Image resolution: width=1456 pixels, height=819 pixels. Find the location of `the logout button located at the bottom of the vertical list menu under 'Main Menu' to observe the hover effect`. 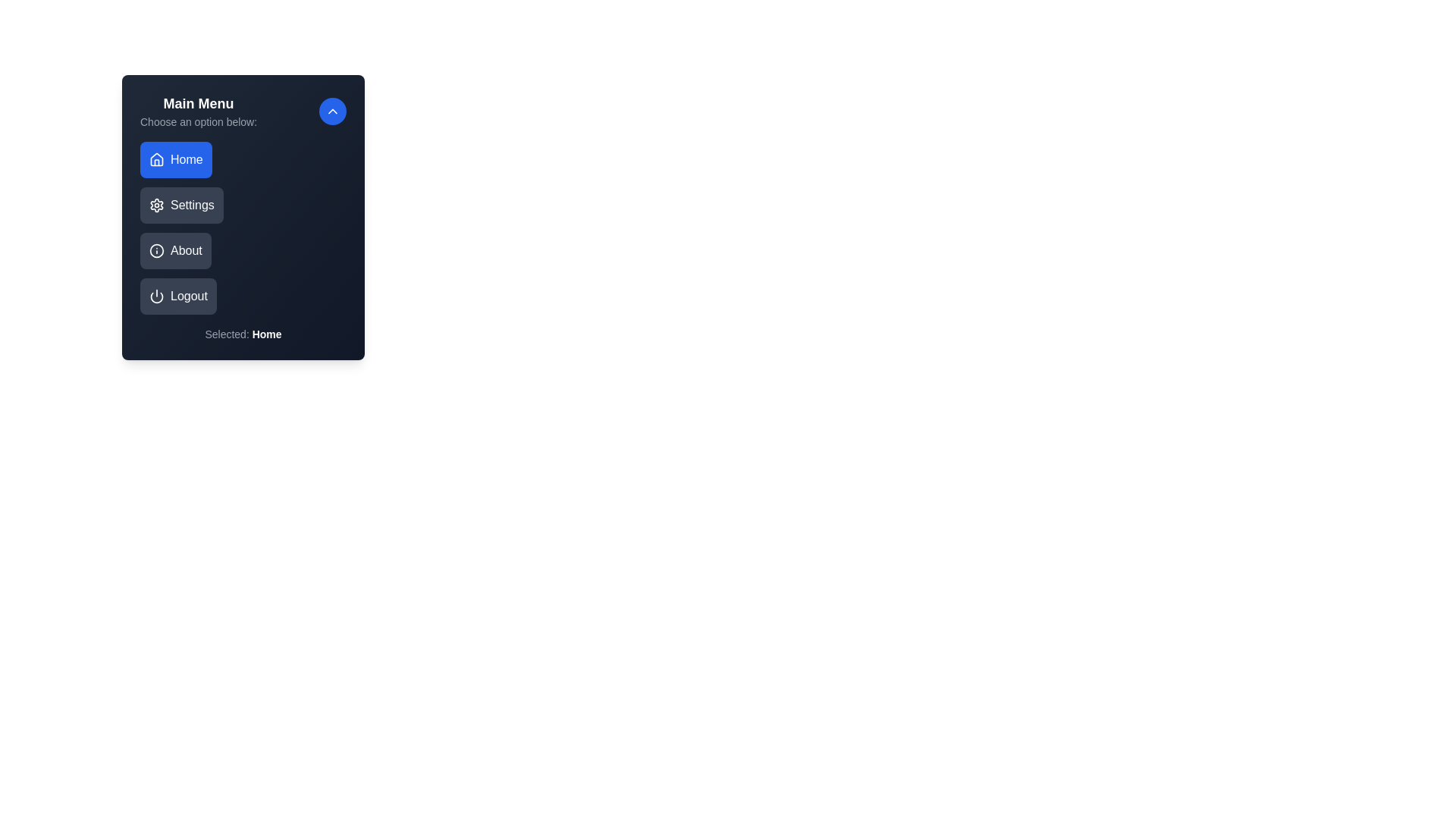

the logout button located at the bottom of the vertical list menu under 'Main Menu' to observe the hover effect is located at coordinates (178, 296).